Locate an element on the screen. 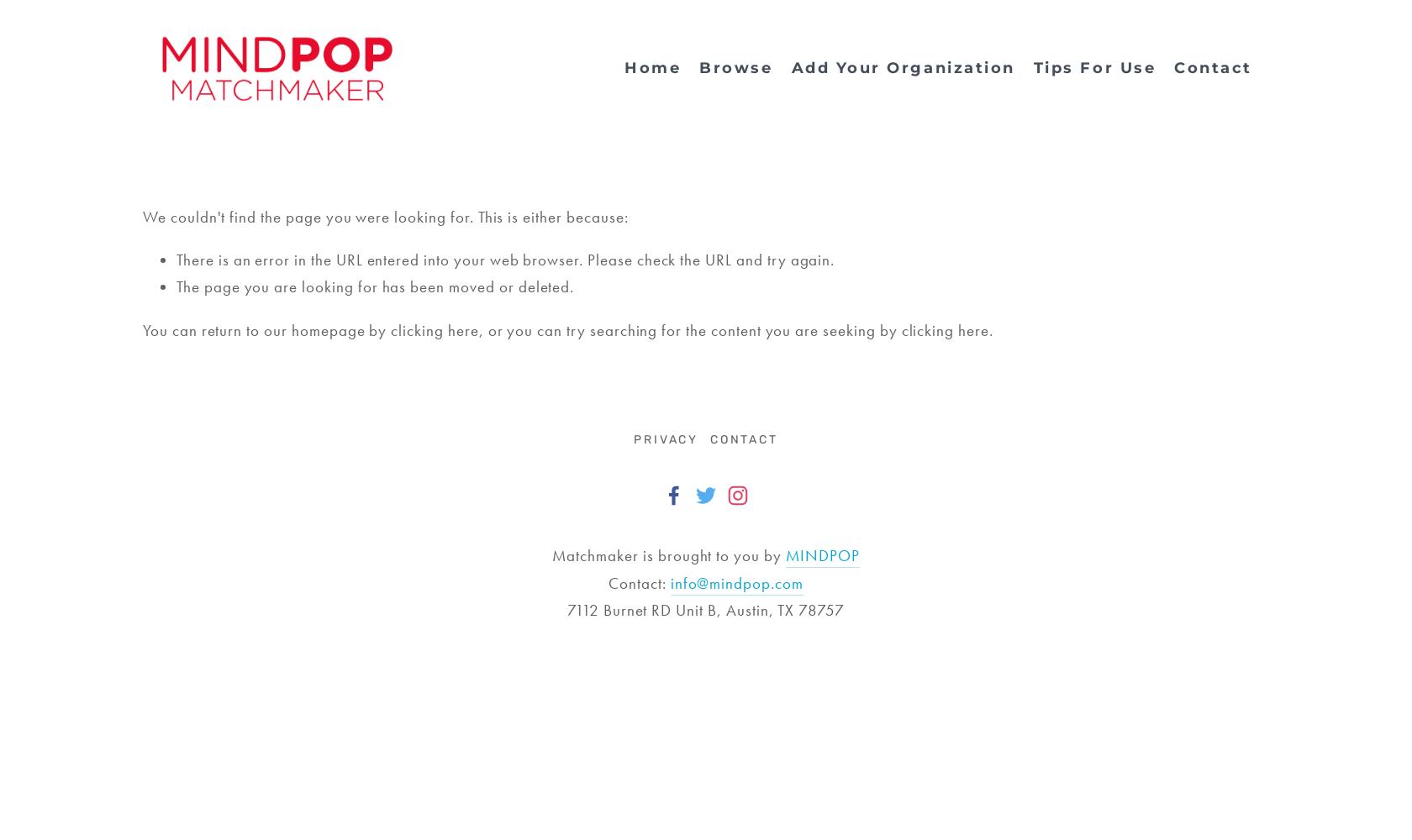  'MINDPOP' is located at coordinates (785, 555).